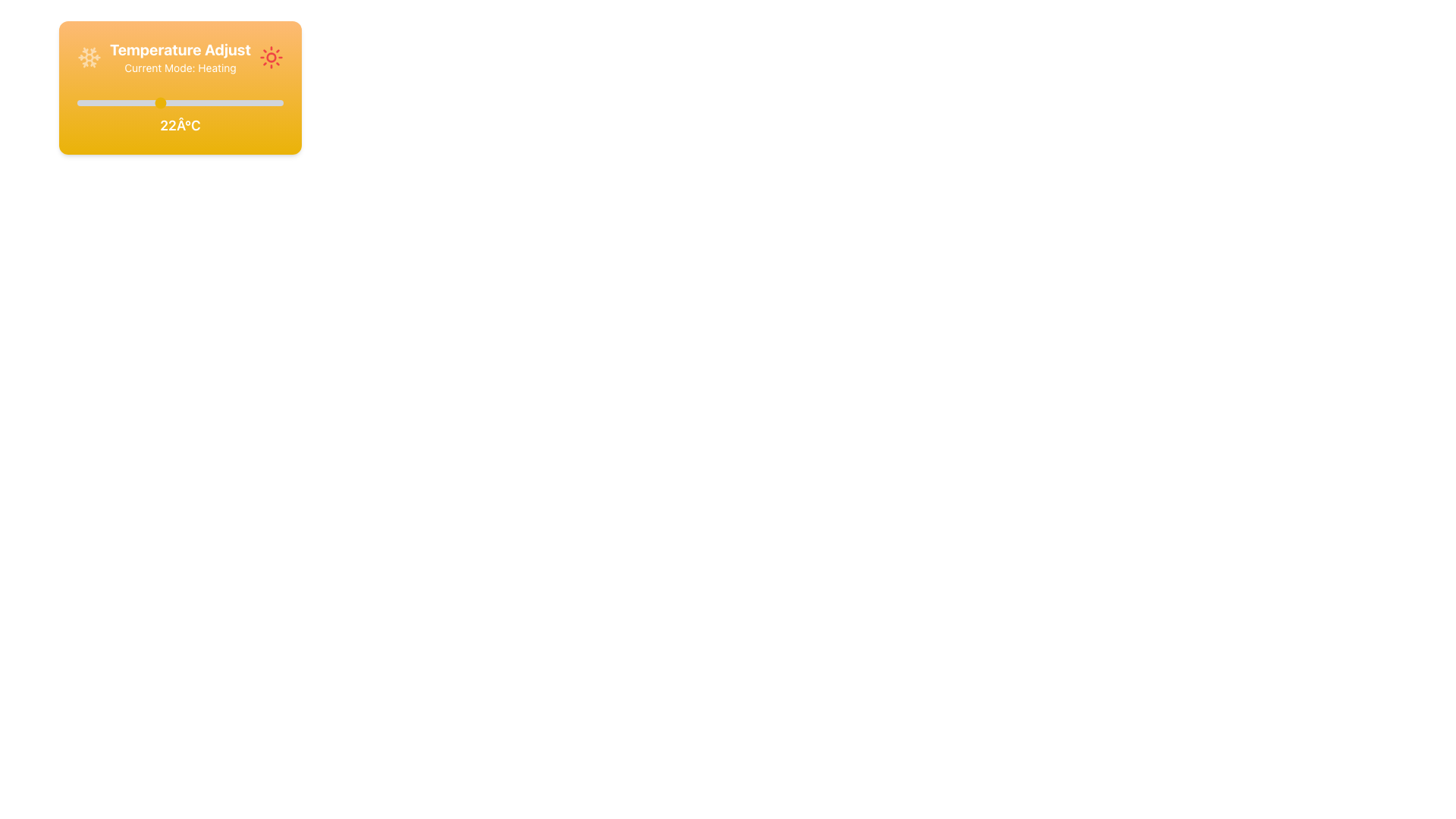 Image resolution: width=1456 pixels, height=819 pixels. Describe the element at coordinates (221, 102) in the screenshot. I see `the temperature` at that location.